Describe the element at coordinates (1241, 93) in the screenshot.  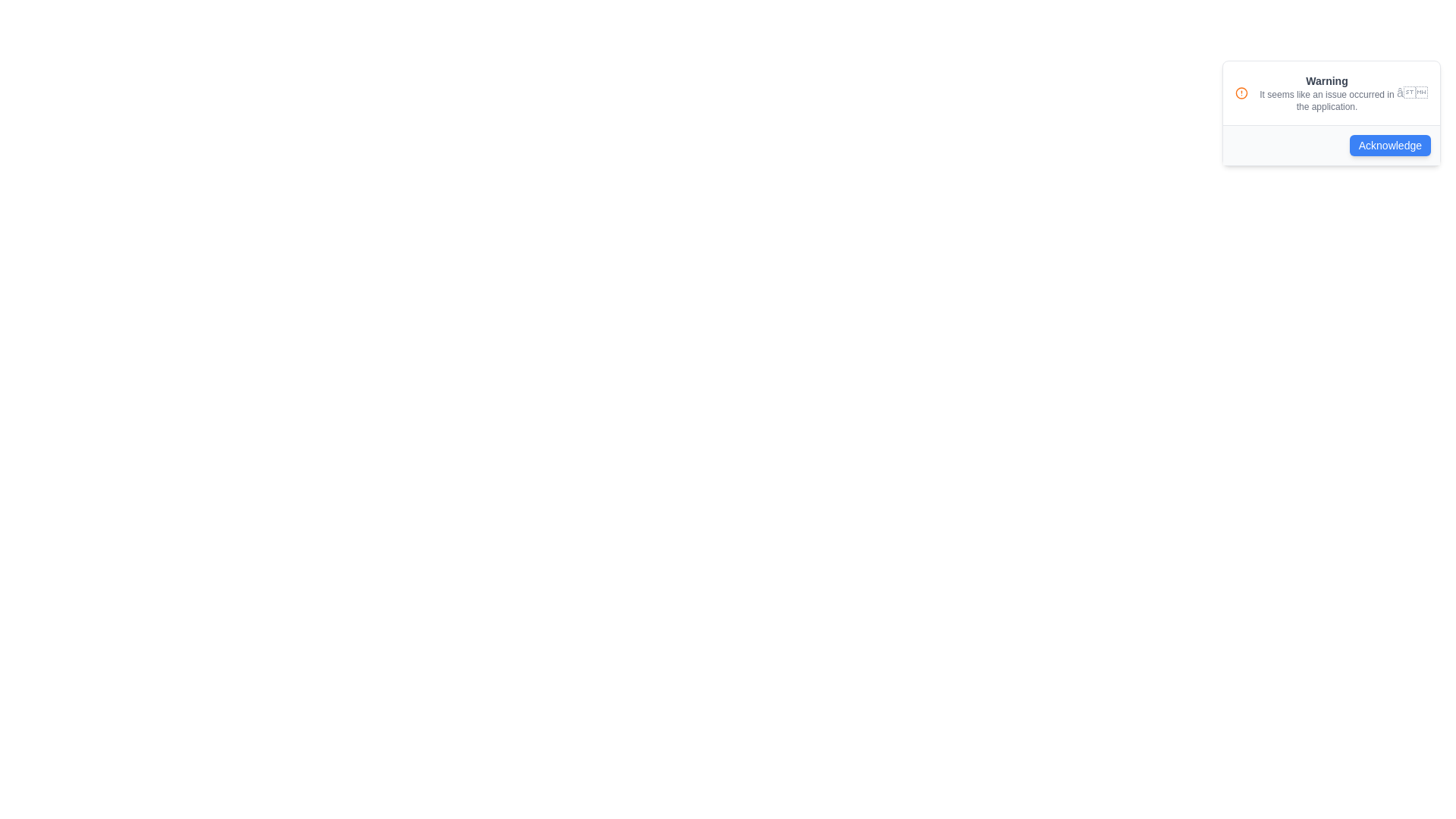
I see `the orange circular outline of the SVG Circle element located at the top-right corner of the notification card` at that location.